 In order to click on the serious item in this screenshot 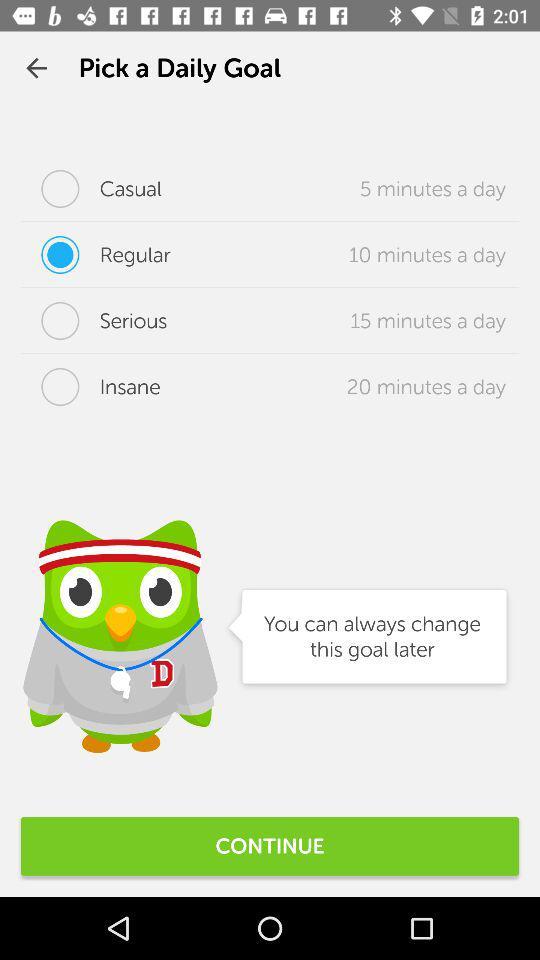, I will do `click(93, 321)`.